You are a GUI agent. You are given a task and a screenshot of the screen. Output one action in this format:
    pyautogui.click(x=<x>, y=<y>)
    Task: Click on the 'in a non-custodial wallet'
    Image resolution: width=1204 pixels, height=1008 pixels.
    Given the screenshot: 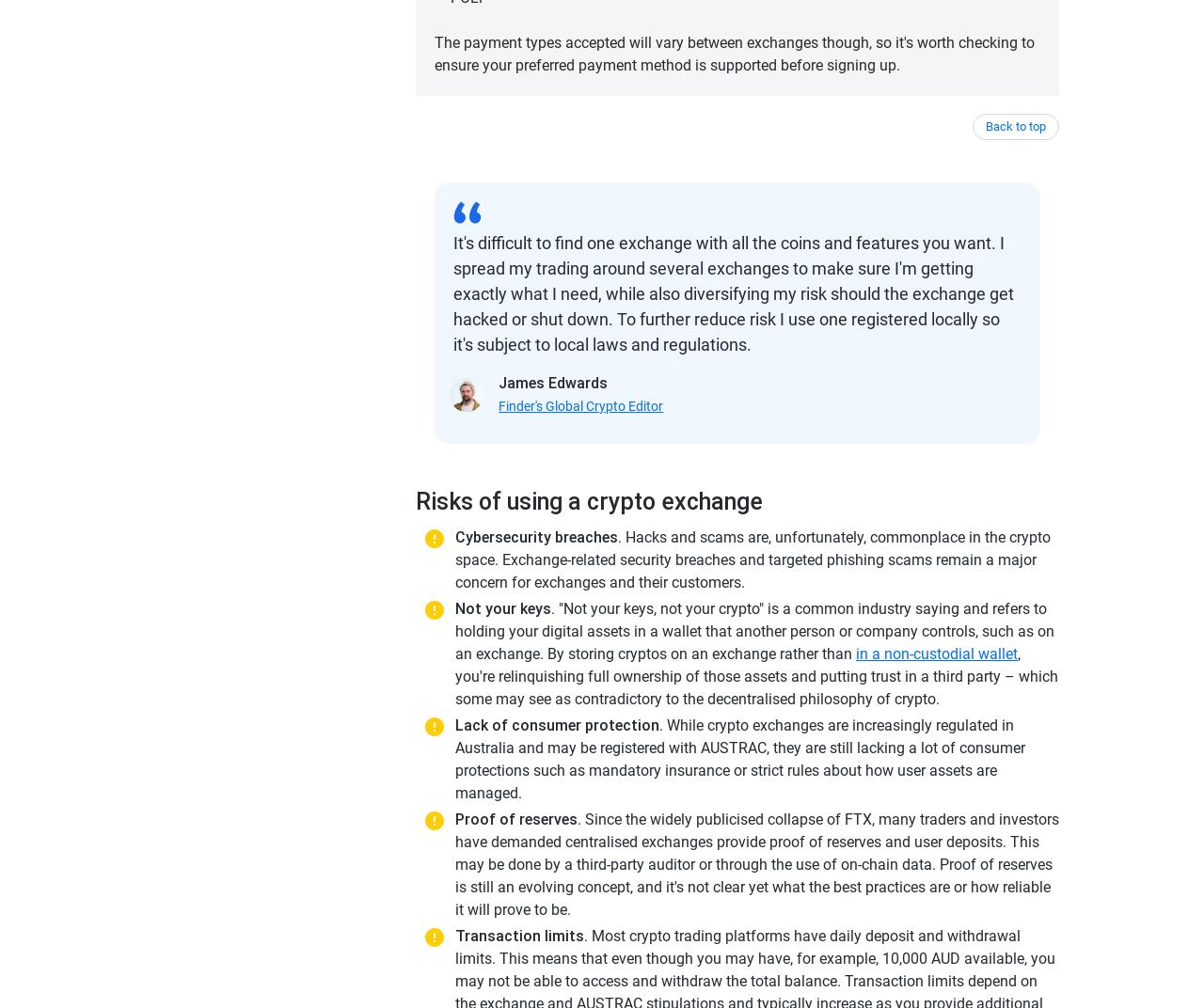 What is the action you would take?
    pyautogui.click(x=936, y=653)
    